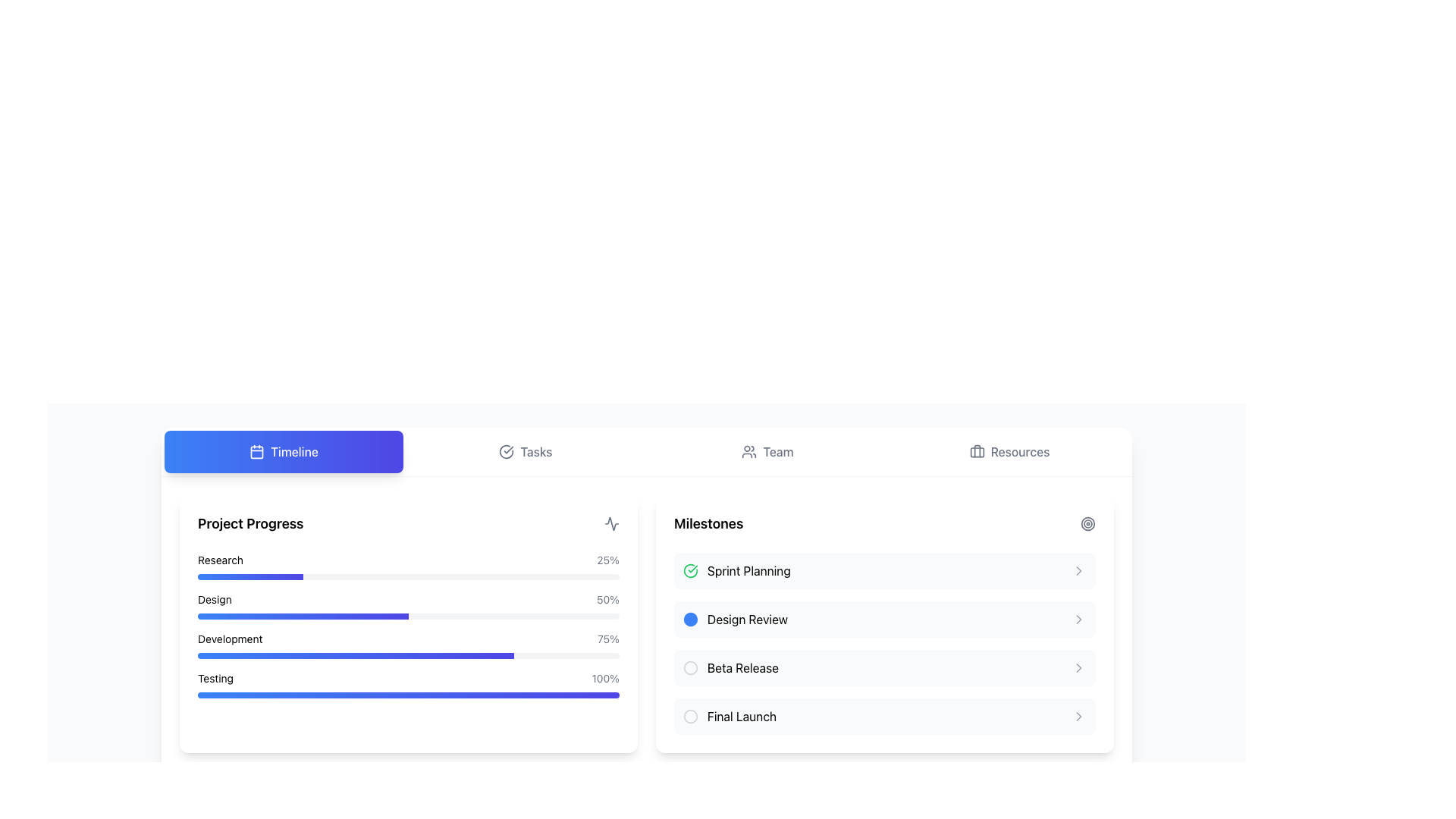  What do you see at coordinates (690, 620) in the screenshot?
I see `the Icon that signifies the current state or completion status of the 'Design Review' milestone in the Milestones section, located to the left of the 'Design Review' milestone label` at bounding box center [690, 620].